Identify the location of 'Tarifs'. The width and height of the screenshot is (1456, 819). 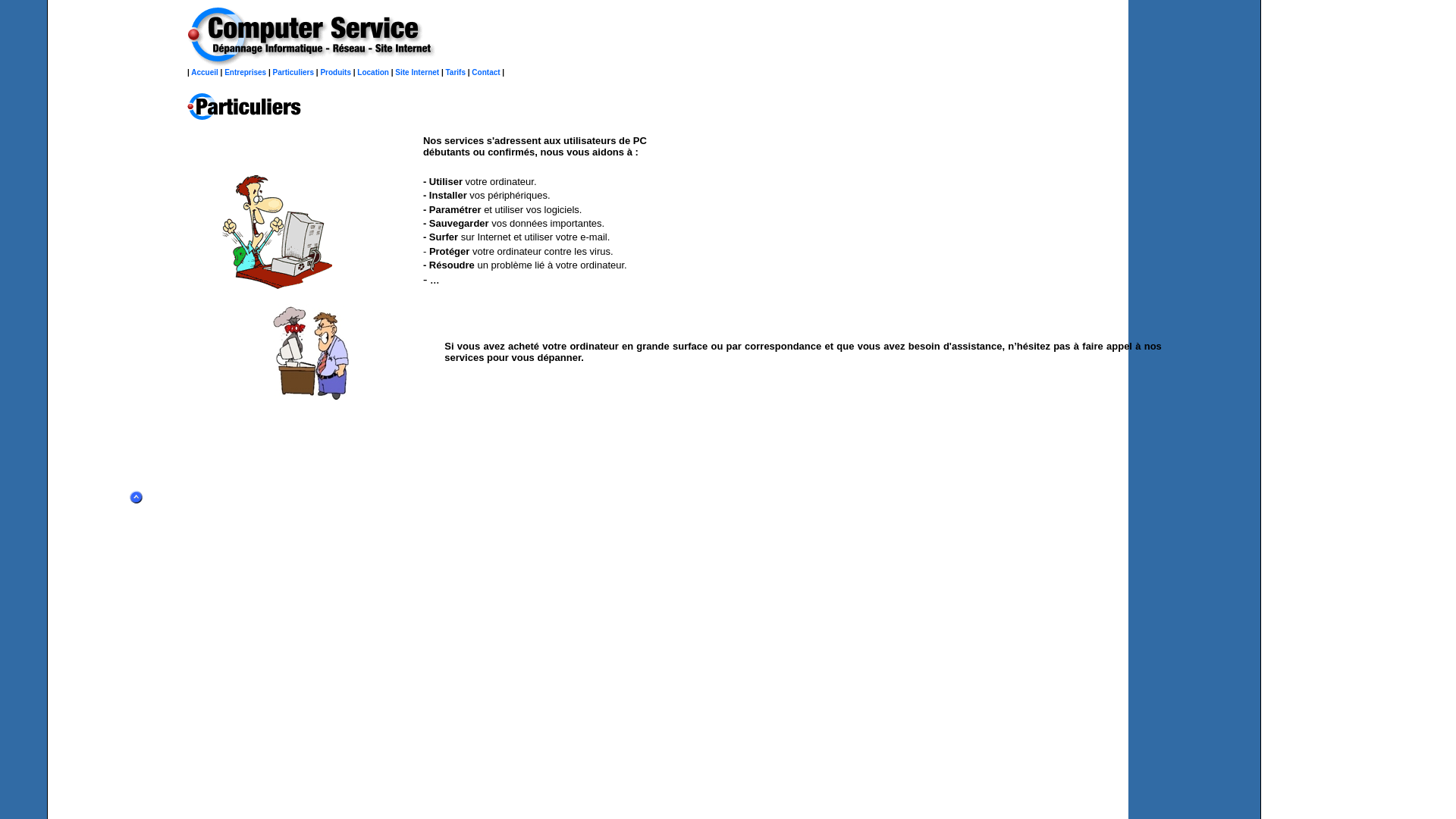
(455, 72).